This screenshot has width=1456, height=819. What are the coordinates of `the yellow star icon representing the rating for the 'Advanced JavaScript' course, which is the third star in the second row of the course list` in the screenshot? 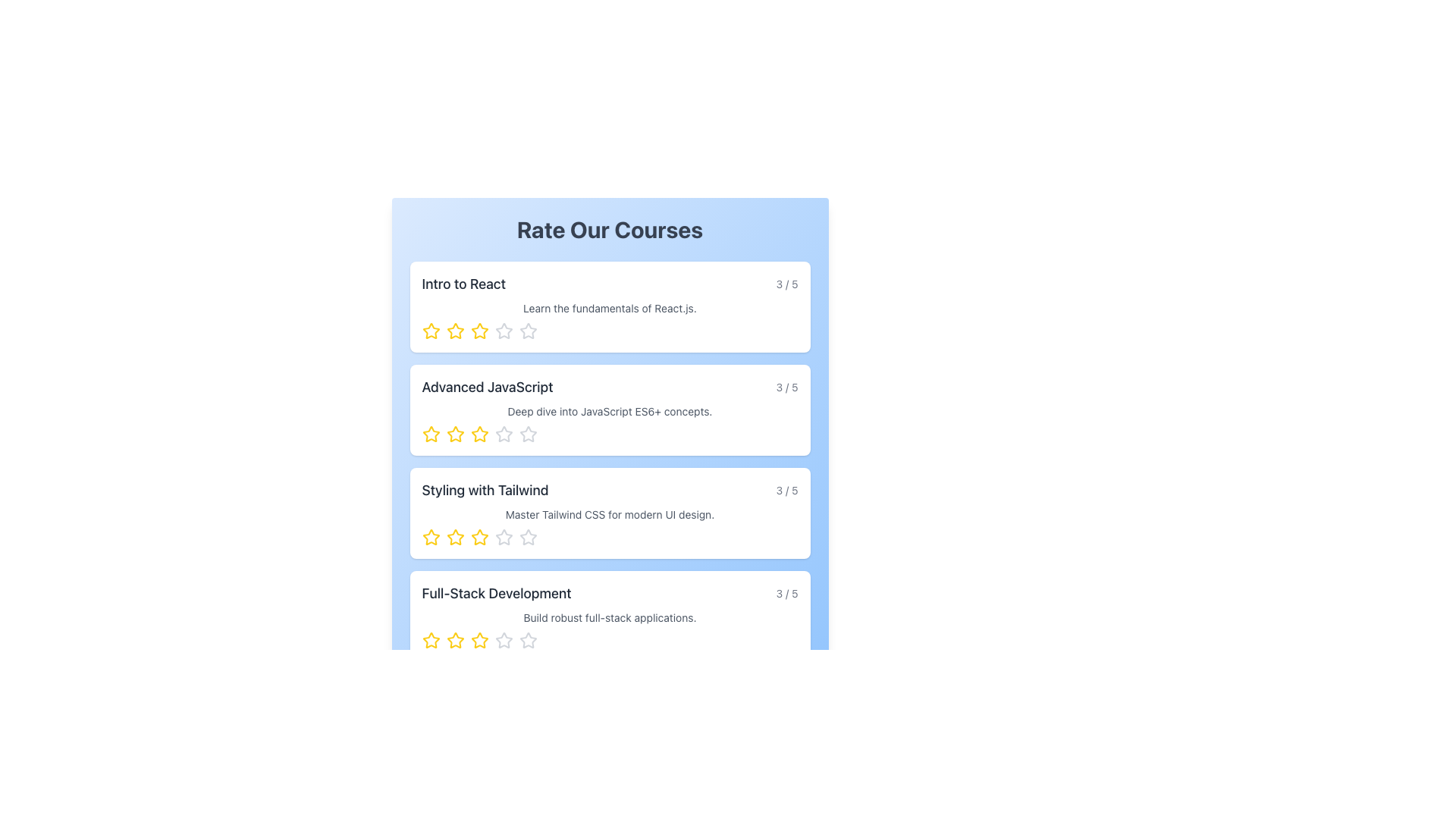 It's located at (479, 434).